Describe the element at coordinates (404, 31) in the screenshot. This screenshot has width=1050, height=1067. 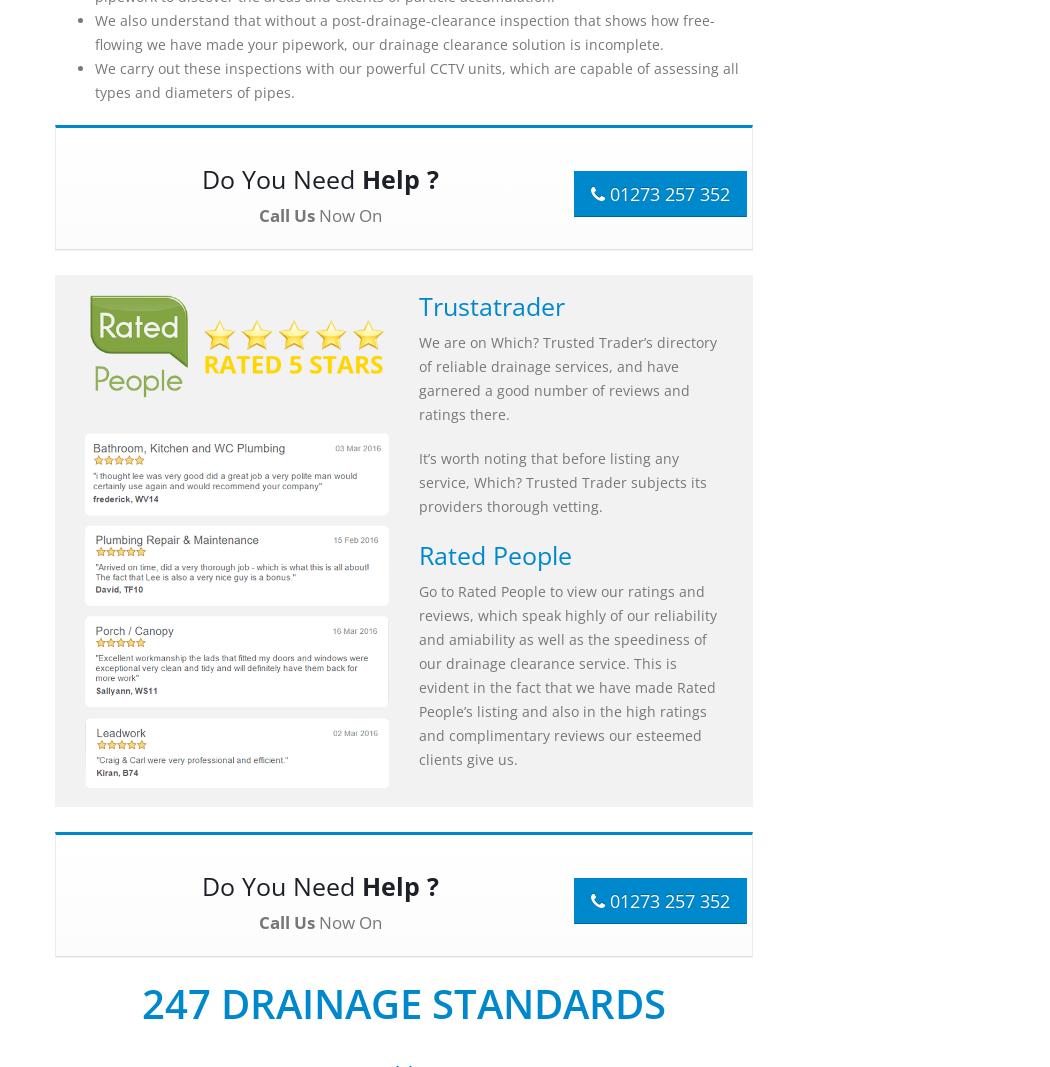
I see `'We also understand that without a post-drainage-clearance inspection that shows how free-flowing we have made your pipework, our drainage clearance solution is incomplete.'` at that location.